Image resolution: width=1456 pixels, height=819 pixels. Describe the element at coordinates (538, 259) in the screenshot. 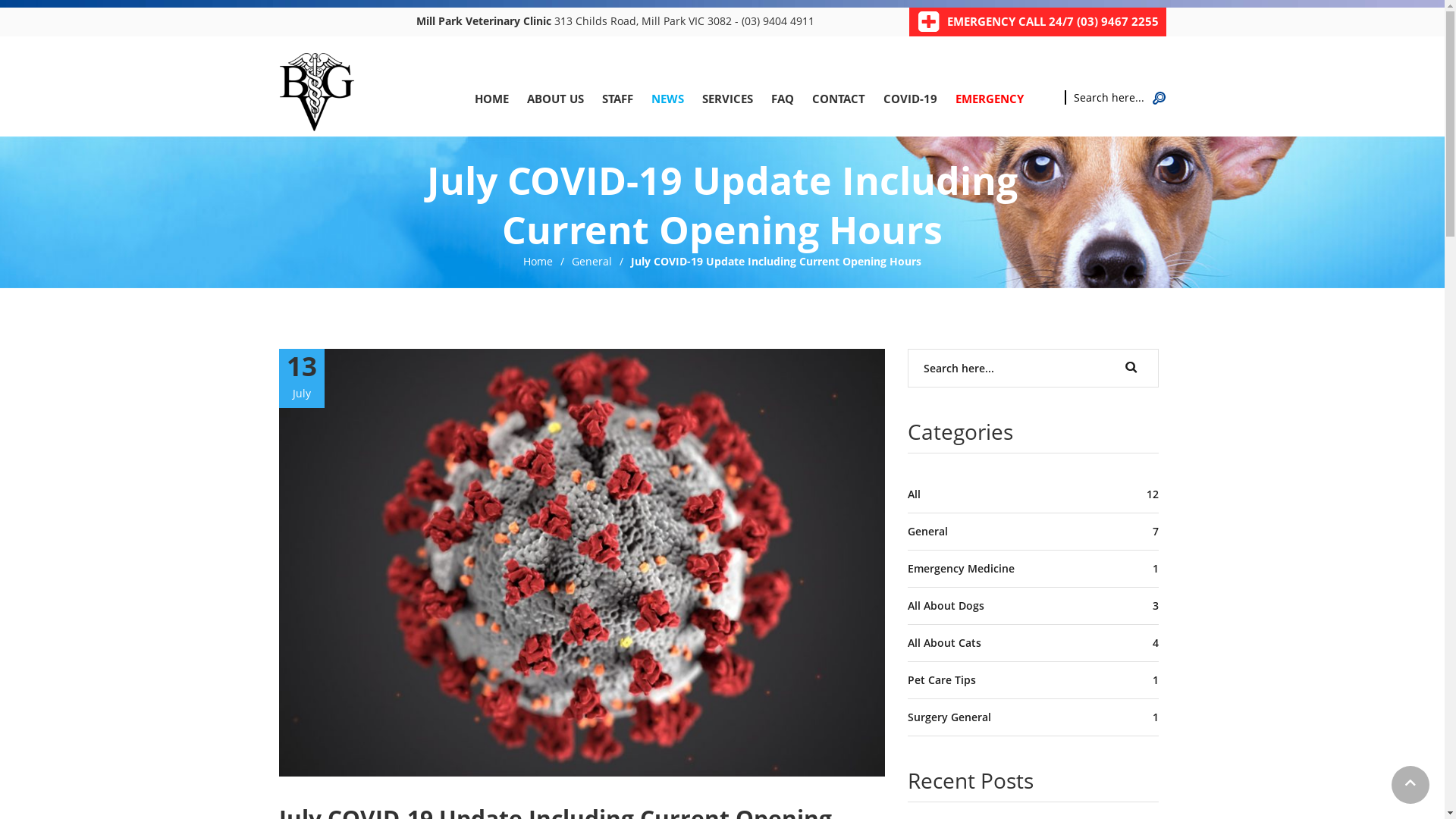

I see `'Home'` at that location.